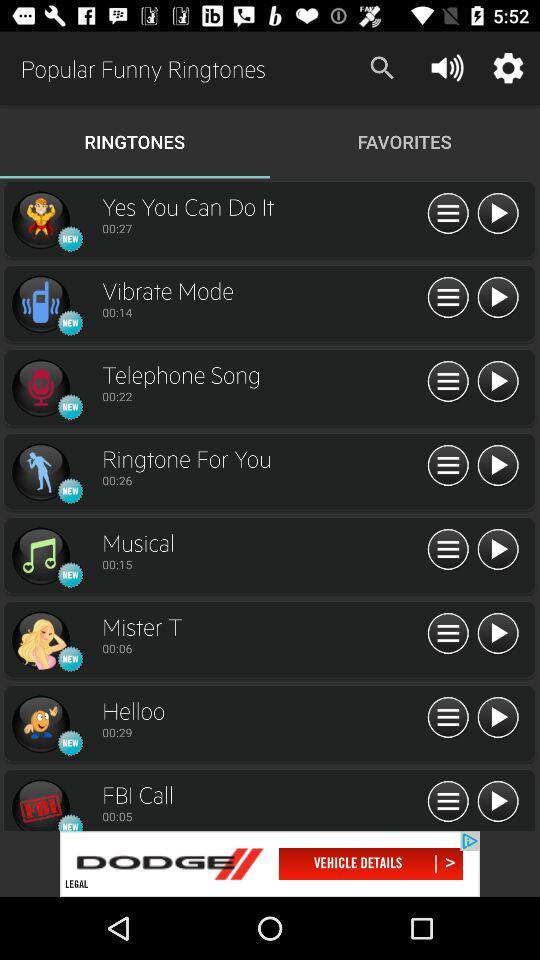 Image resolution: width=540 pixels, height=960 pixels. Describe the element at coordinates (40, 220) in the screenshot. I see `the option` at that location.